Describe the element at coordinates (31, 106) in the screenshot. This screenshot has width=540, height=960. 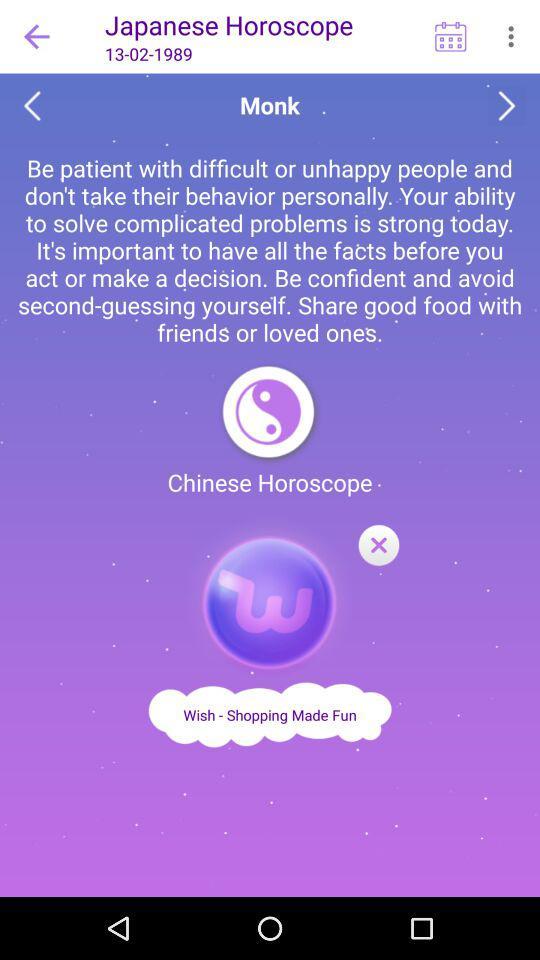
I see `the arrow_backward icon` at that location.